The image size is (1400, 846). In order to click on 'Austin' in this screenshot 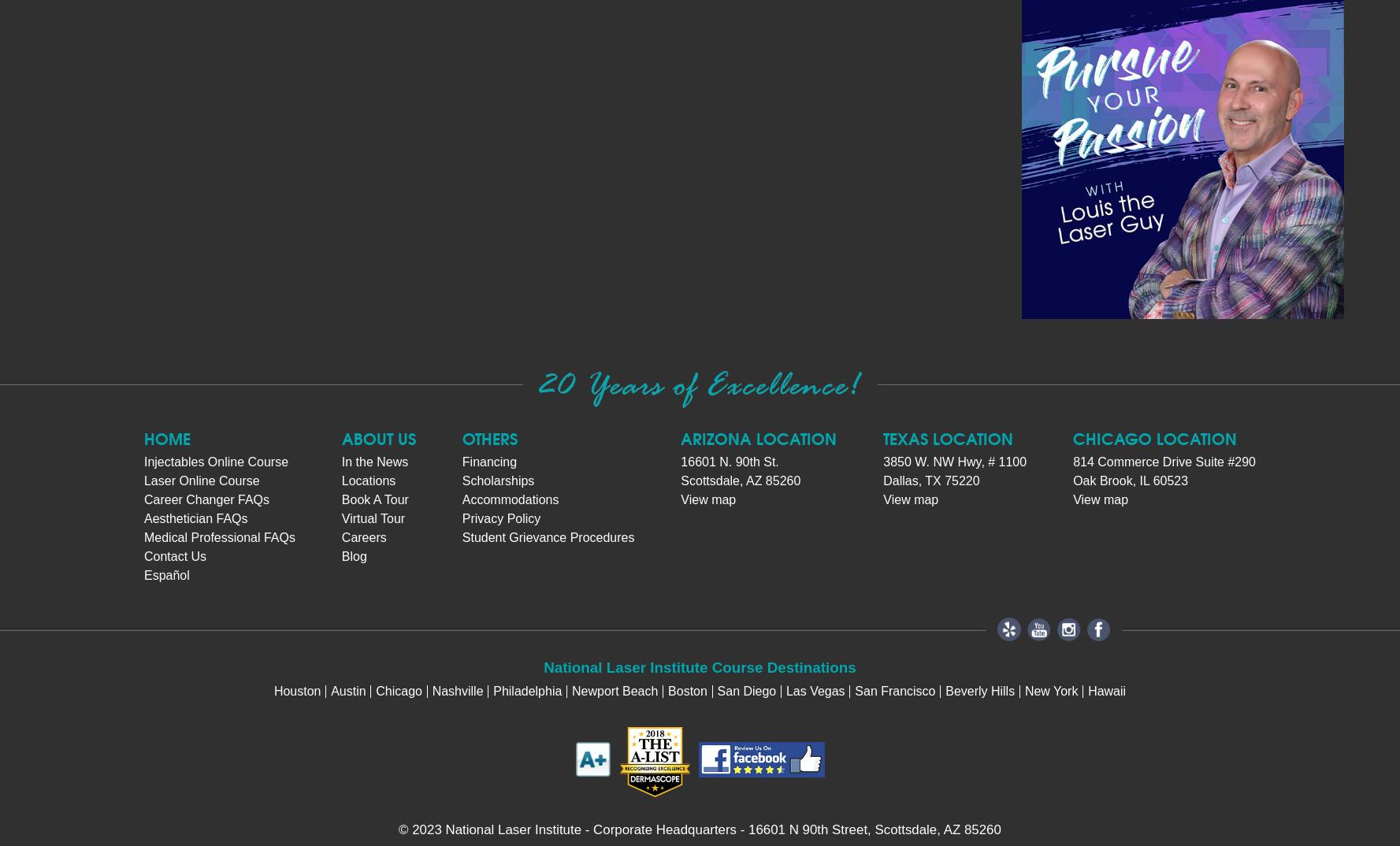, I will do `click(330, 689)`.